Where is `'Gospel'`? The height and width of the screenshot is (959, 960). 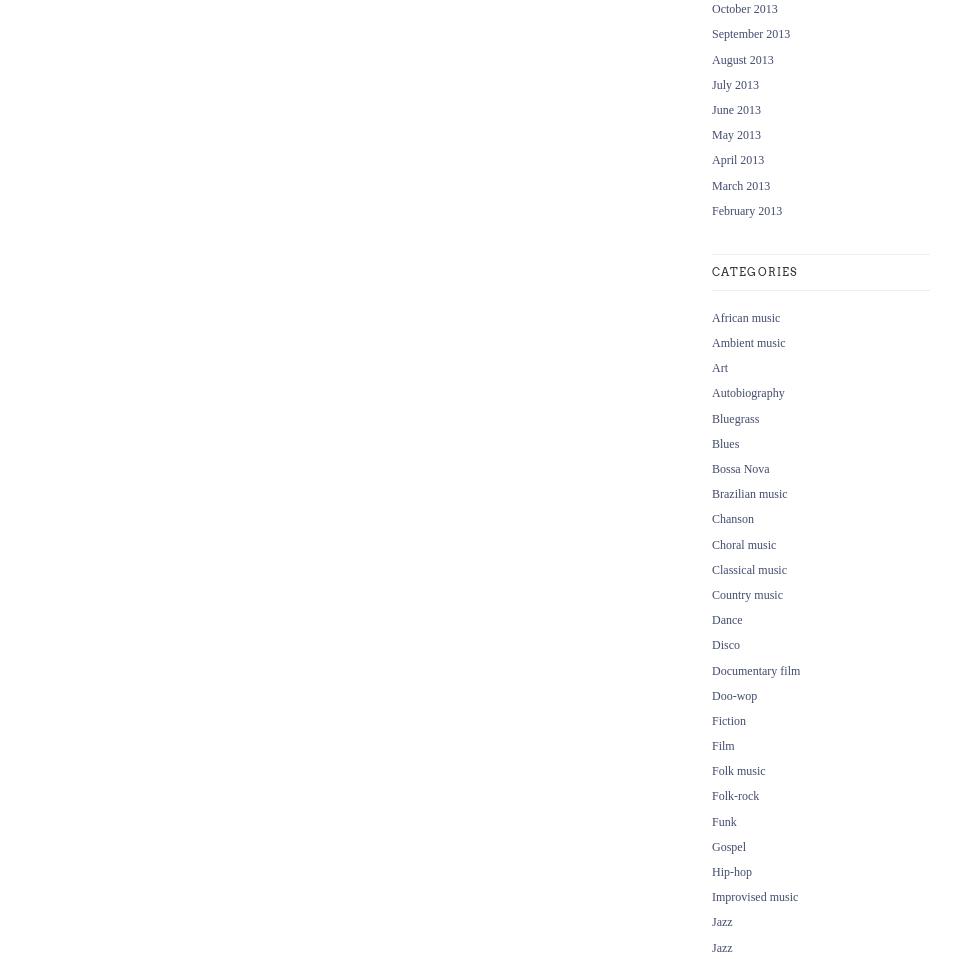
'Gospel' is located at coordinates (728, 845).